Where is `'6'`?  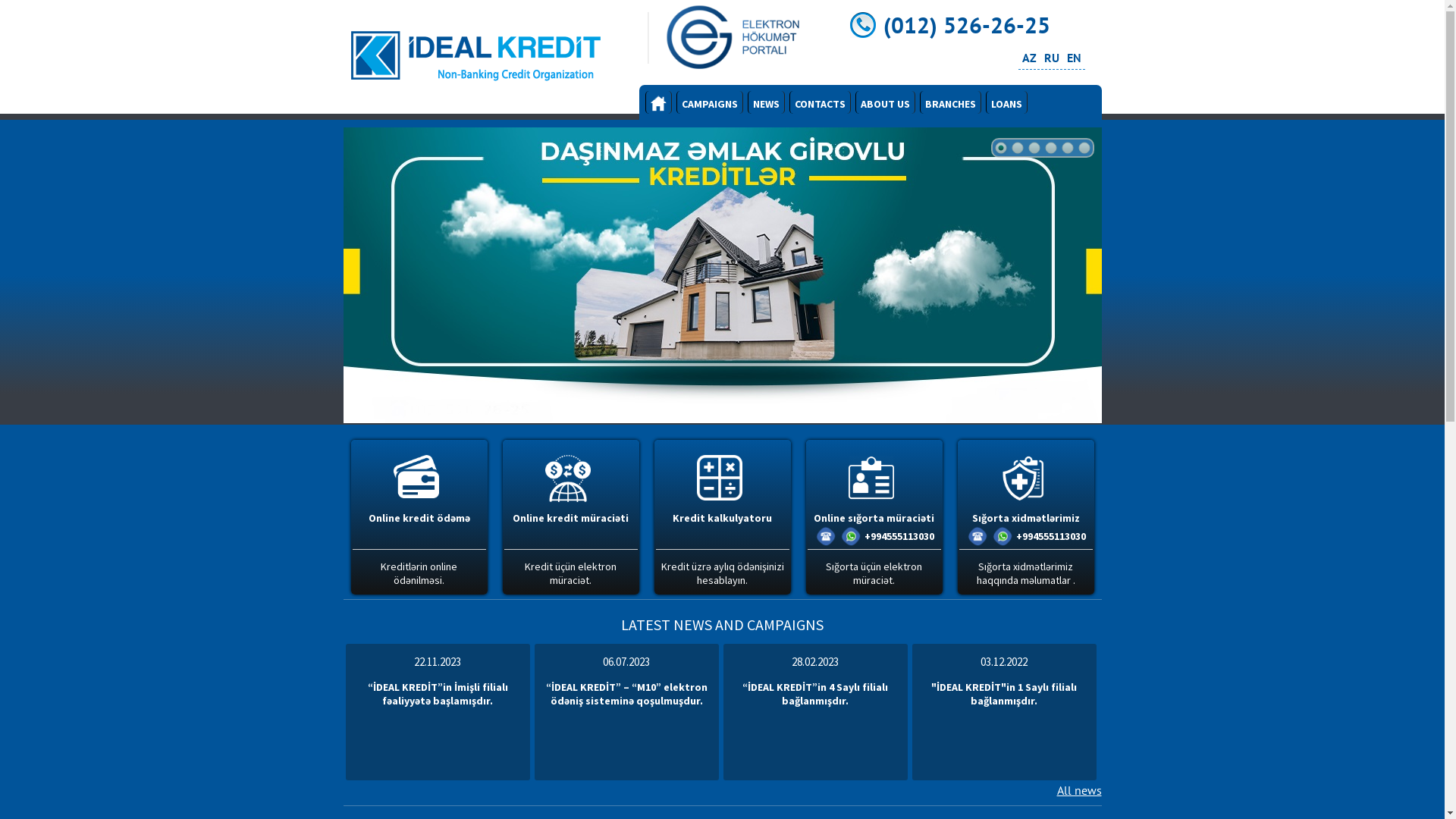
'6' is located at coordinates (1083, 148).